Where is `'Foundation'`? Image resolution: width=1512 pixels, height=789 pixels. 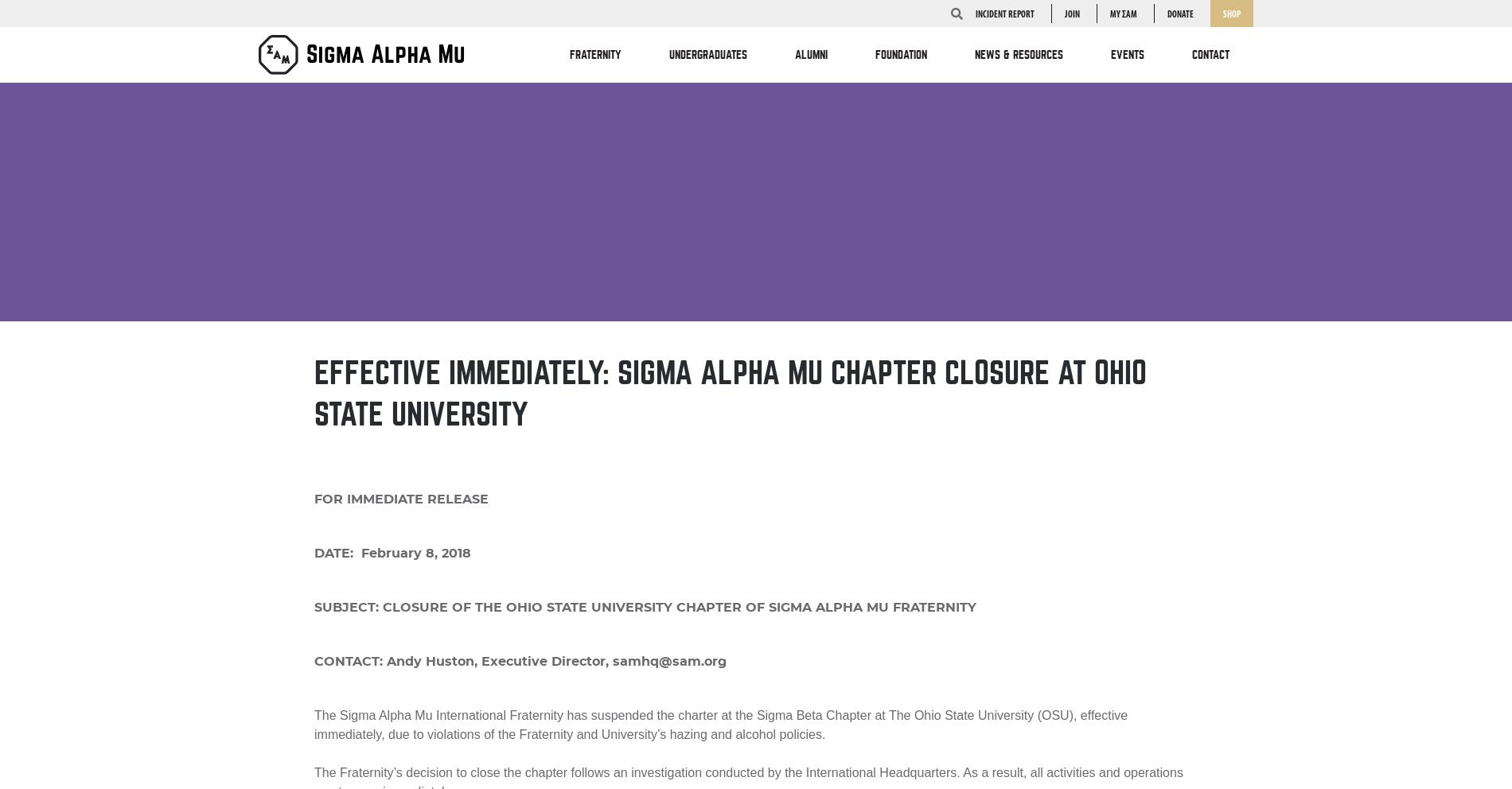 'Foundation' is located at coordinates (901, 55).